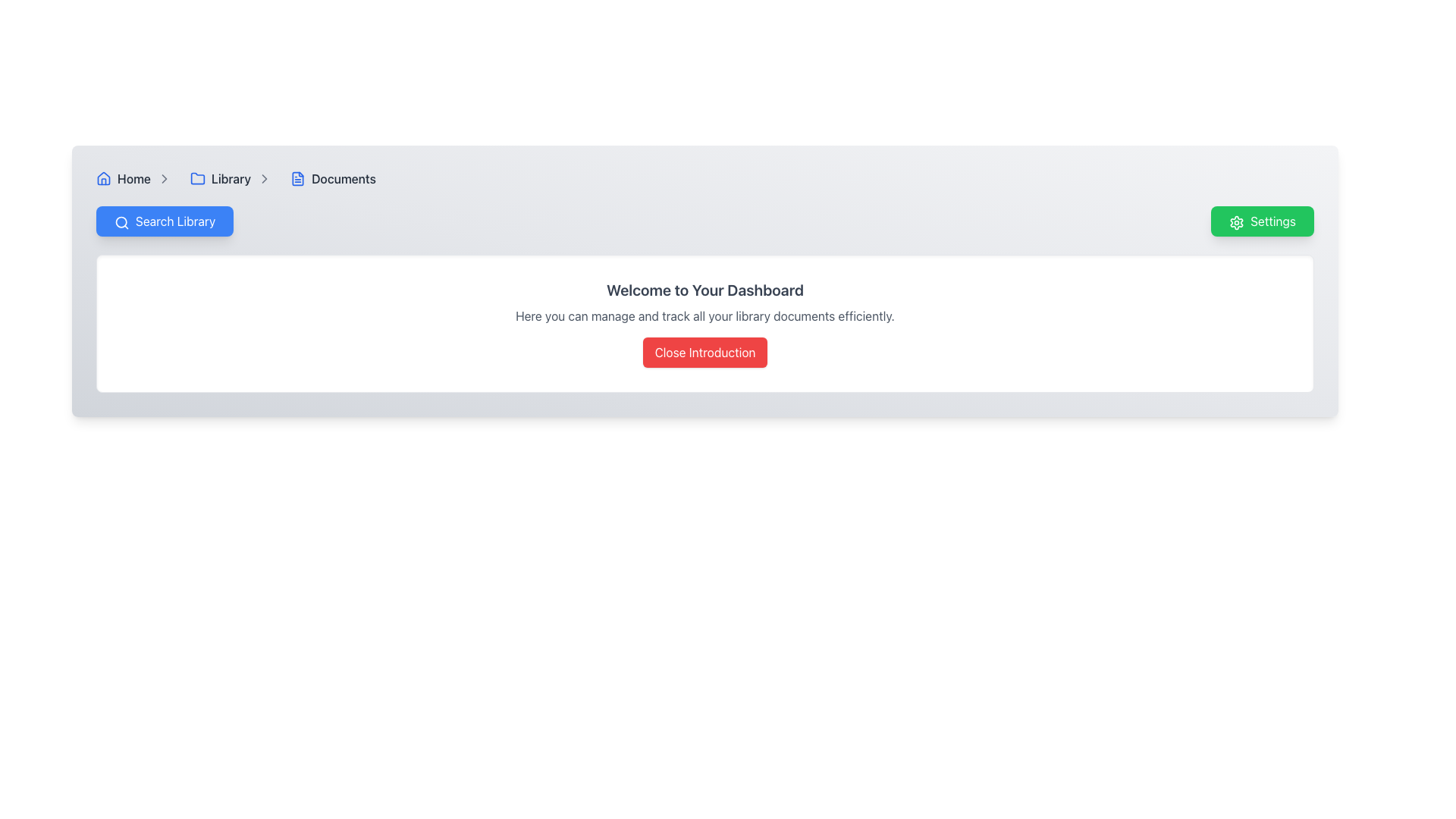 Image resolution: width=1456 pixels, height=819 pixels. What do you see at coordinates (1237, 222) in the screenshot?
I see `the gear icon on the left side of the 'Settings' button` at bounding box center [1237, 222].